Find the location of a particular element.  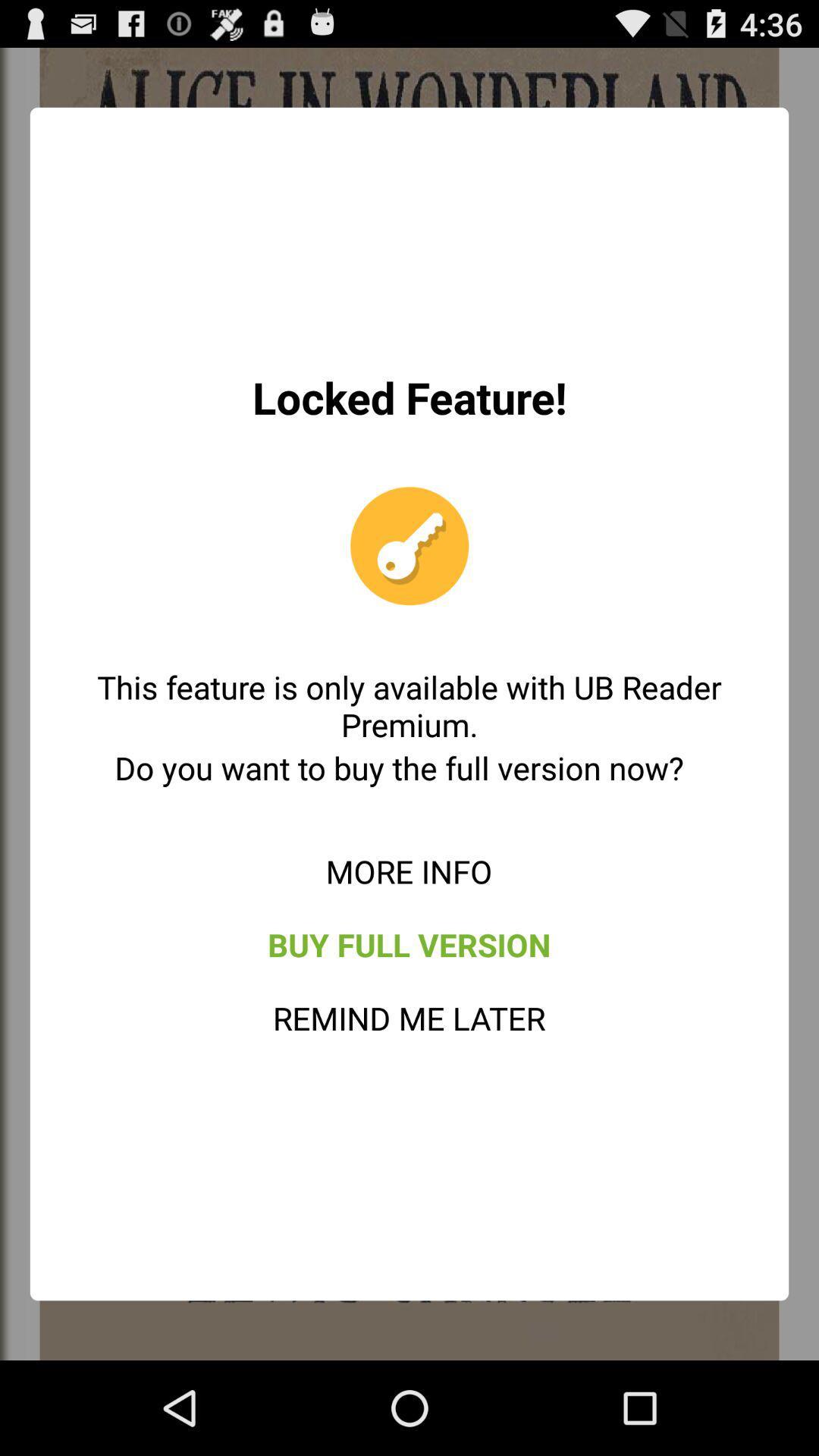

the remind me later item is located at coordinates (408, 1018).